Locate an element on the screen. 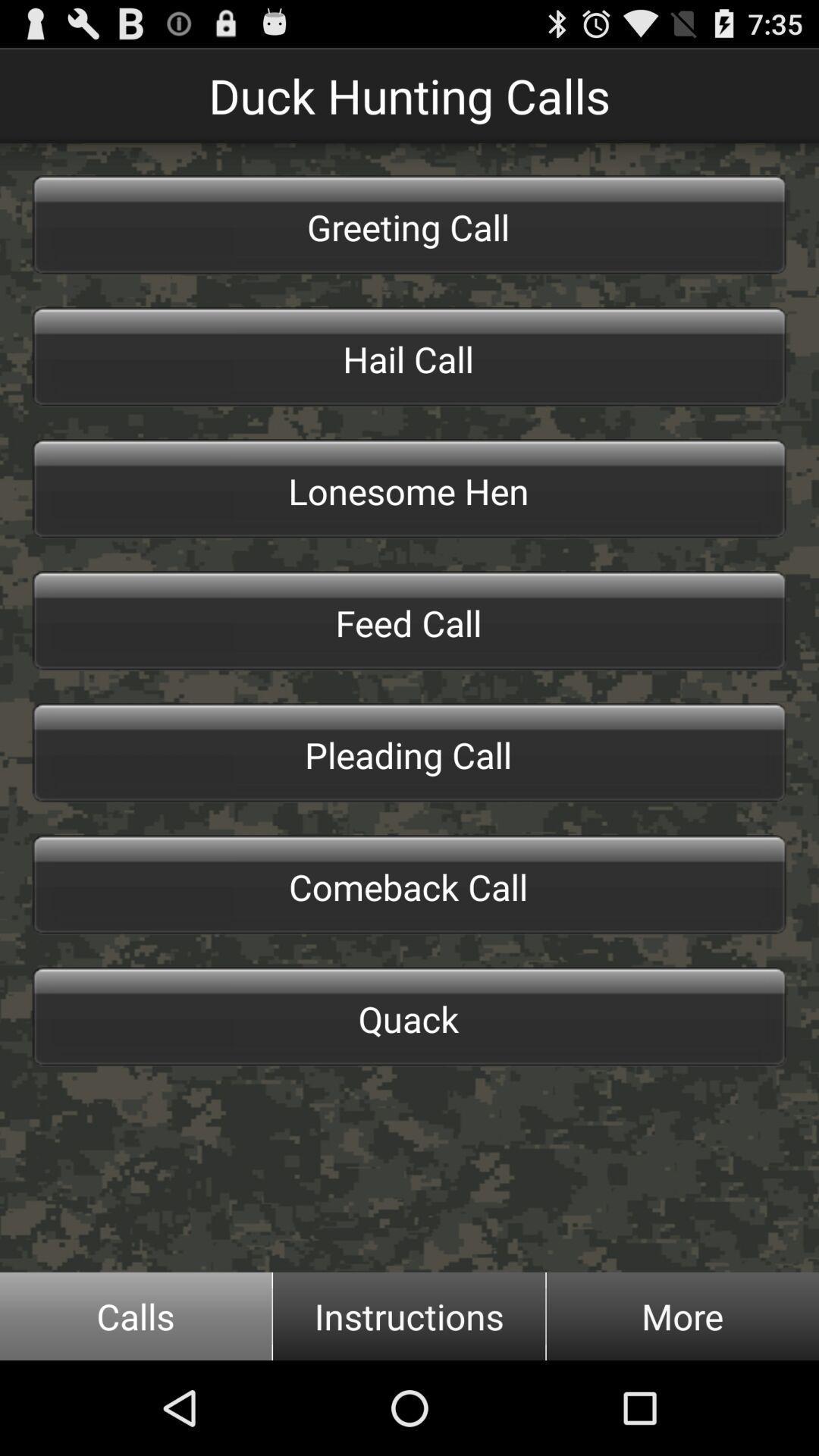  icon above feed call button is located at coordinates (409, 488).